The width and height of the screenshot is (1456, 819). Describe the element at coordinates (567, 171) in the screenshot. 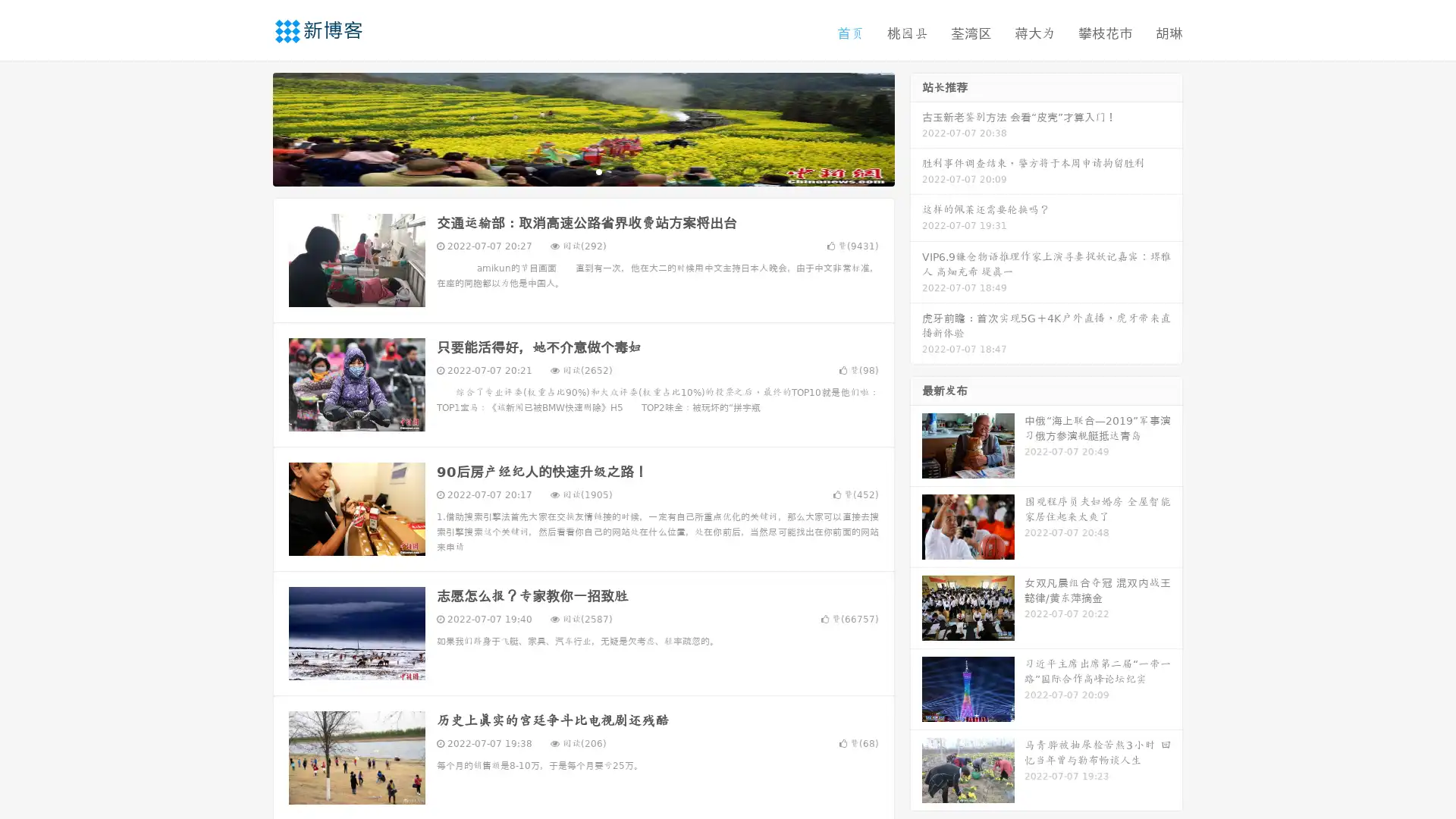

I see `Go to slide 1` at that location.